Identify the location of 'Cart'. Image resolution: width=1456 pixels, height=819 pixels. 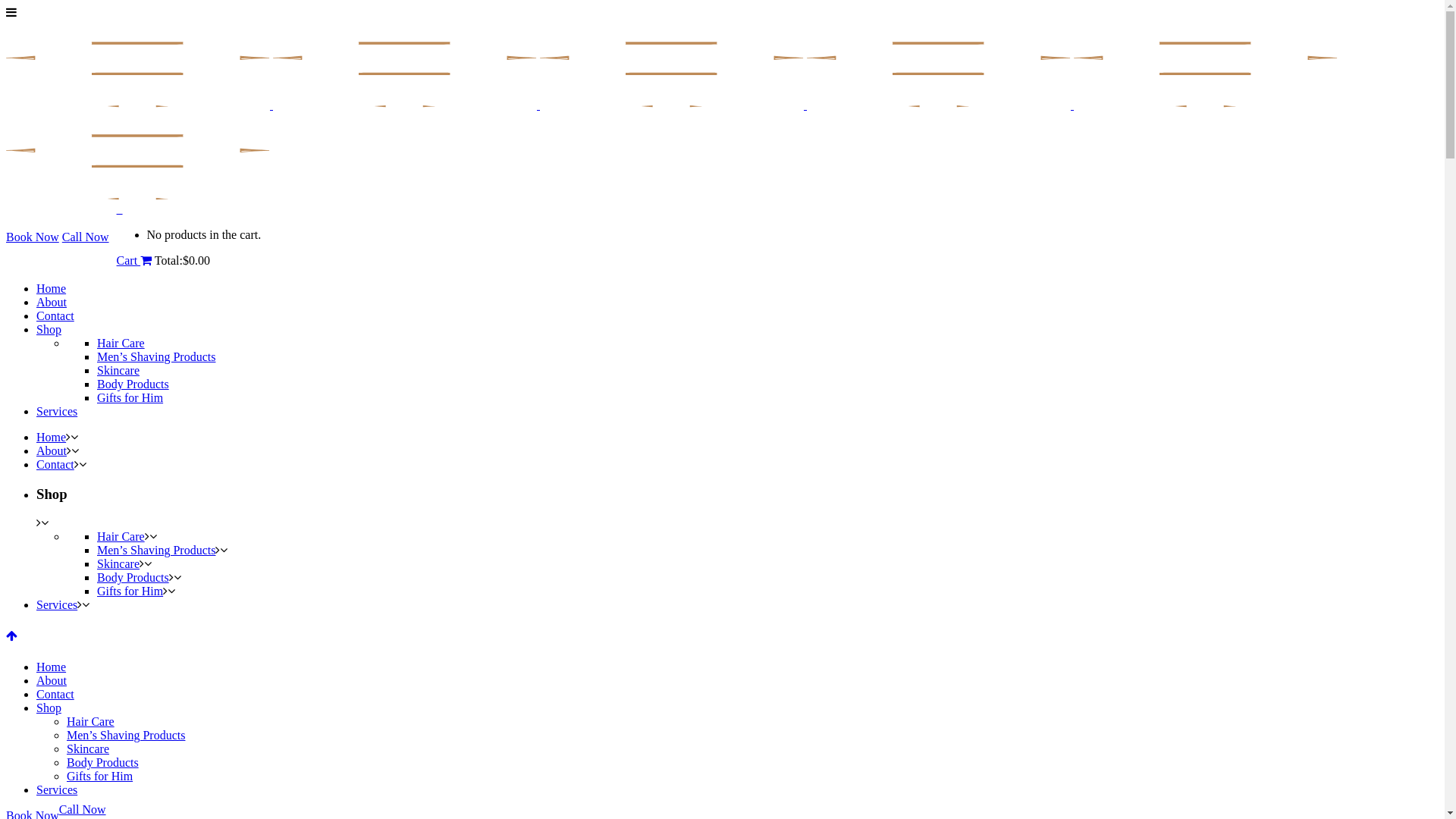
(134, 259).